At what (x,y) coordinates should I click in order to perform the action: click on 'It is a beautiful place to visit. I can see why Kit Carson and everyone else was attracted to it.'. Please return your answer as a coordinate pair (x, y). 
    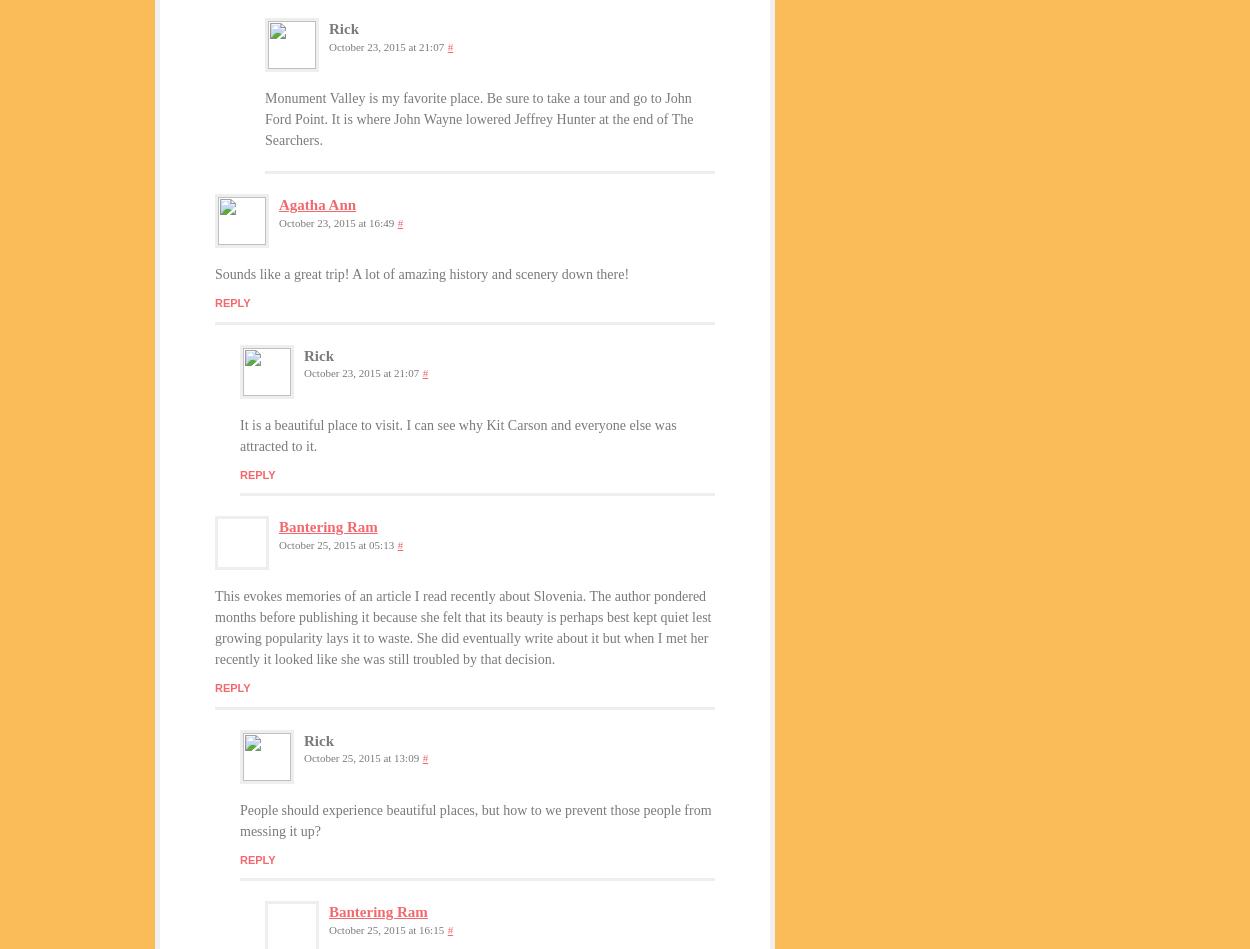
    Looking at the image, I should click on (457, 435).